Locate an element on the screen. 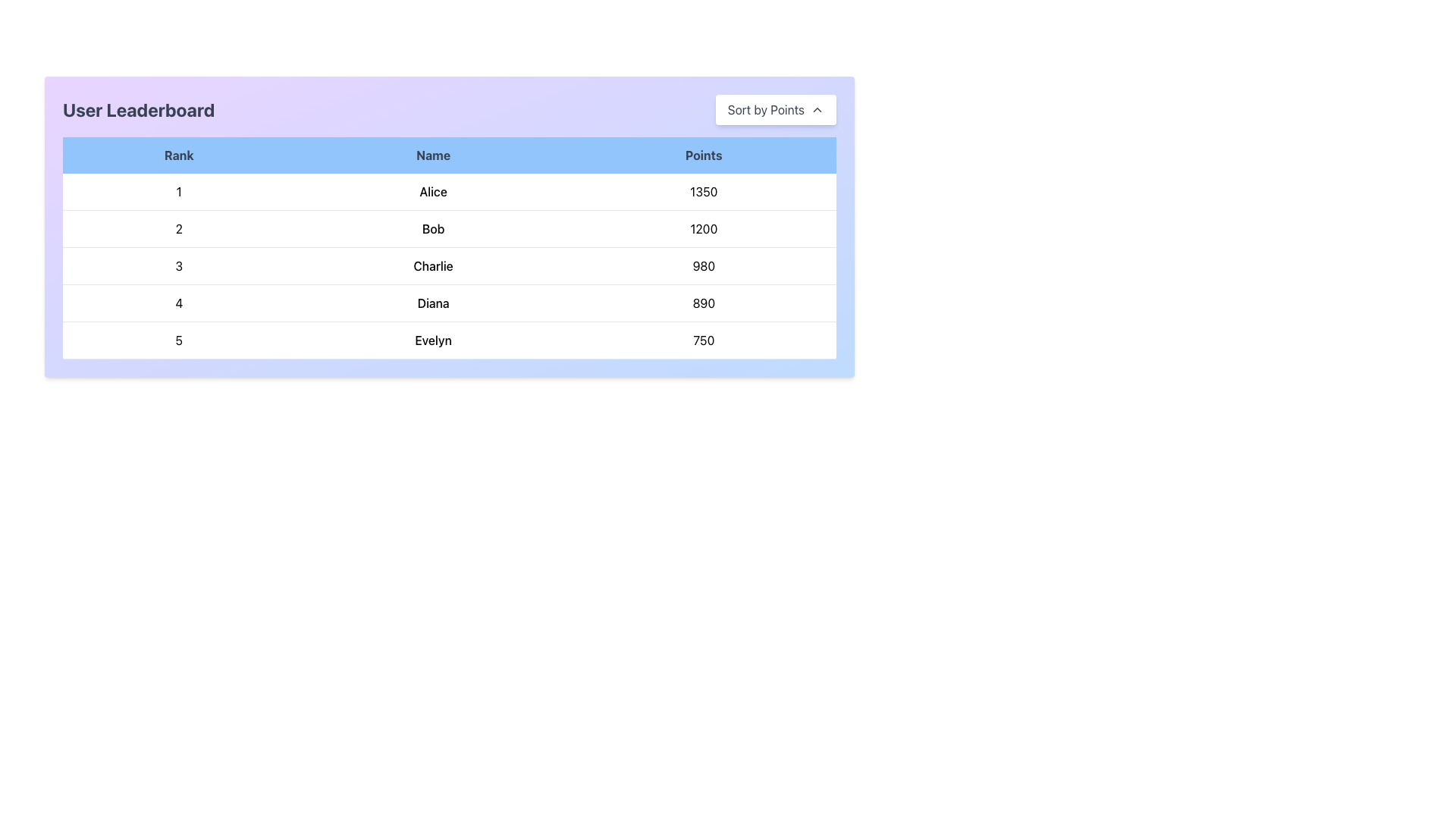  text label displaying '1350' located under the 'Points' column in the leaderboard table for user 'Alice' is located at coordinates (703, 191).